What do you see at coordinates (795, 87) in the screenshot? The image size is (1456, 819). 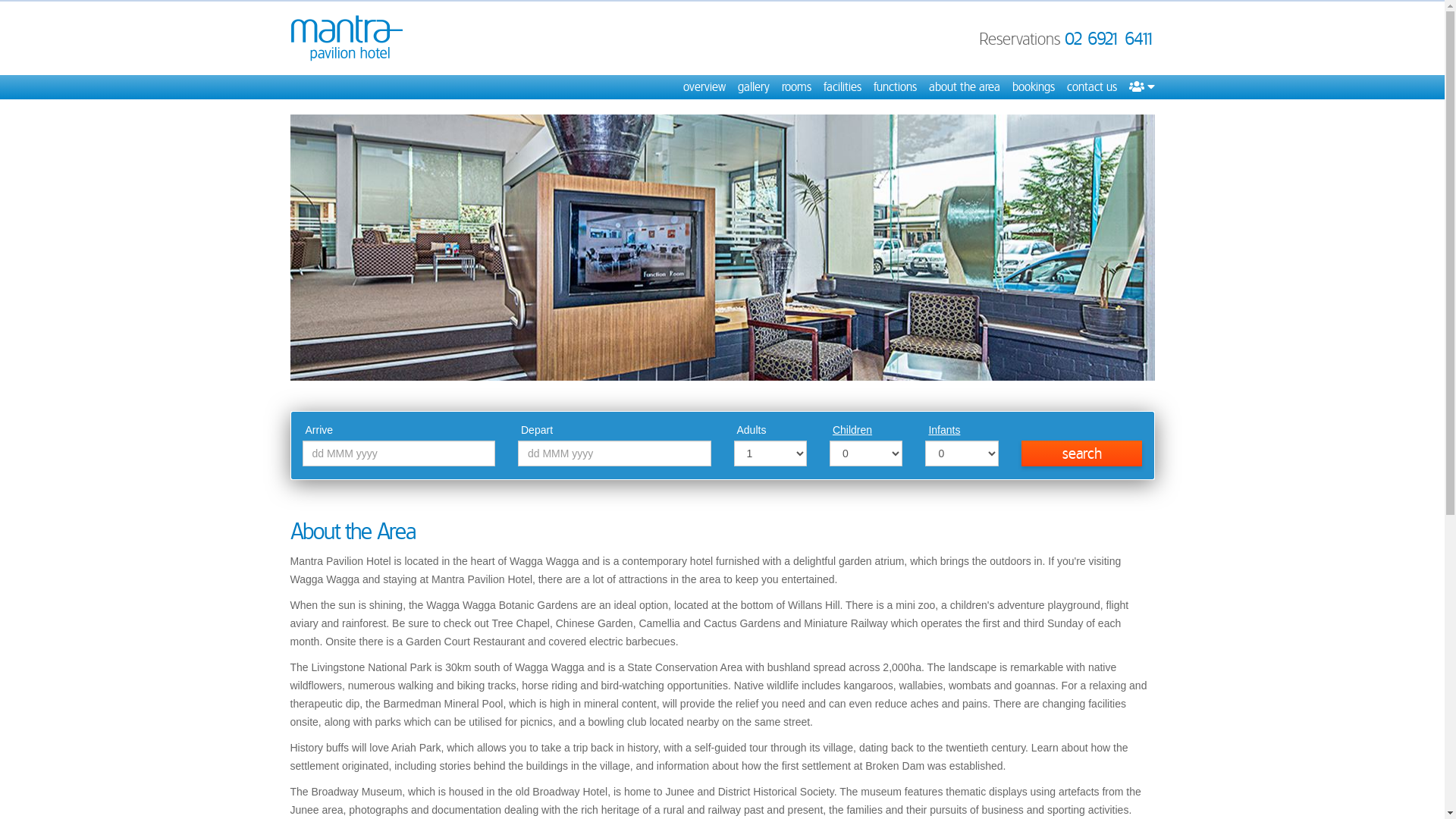 I see `'rooms'` at bounding box center [795, 87].